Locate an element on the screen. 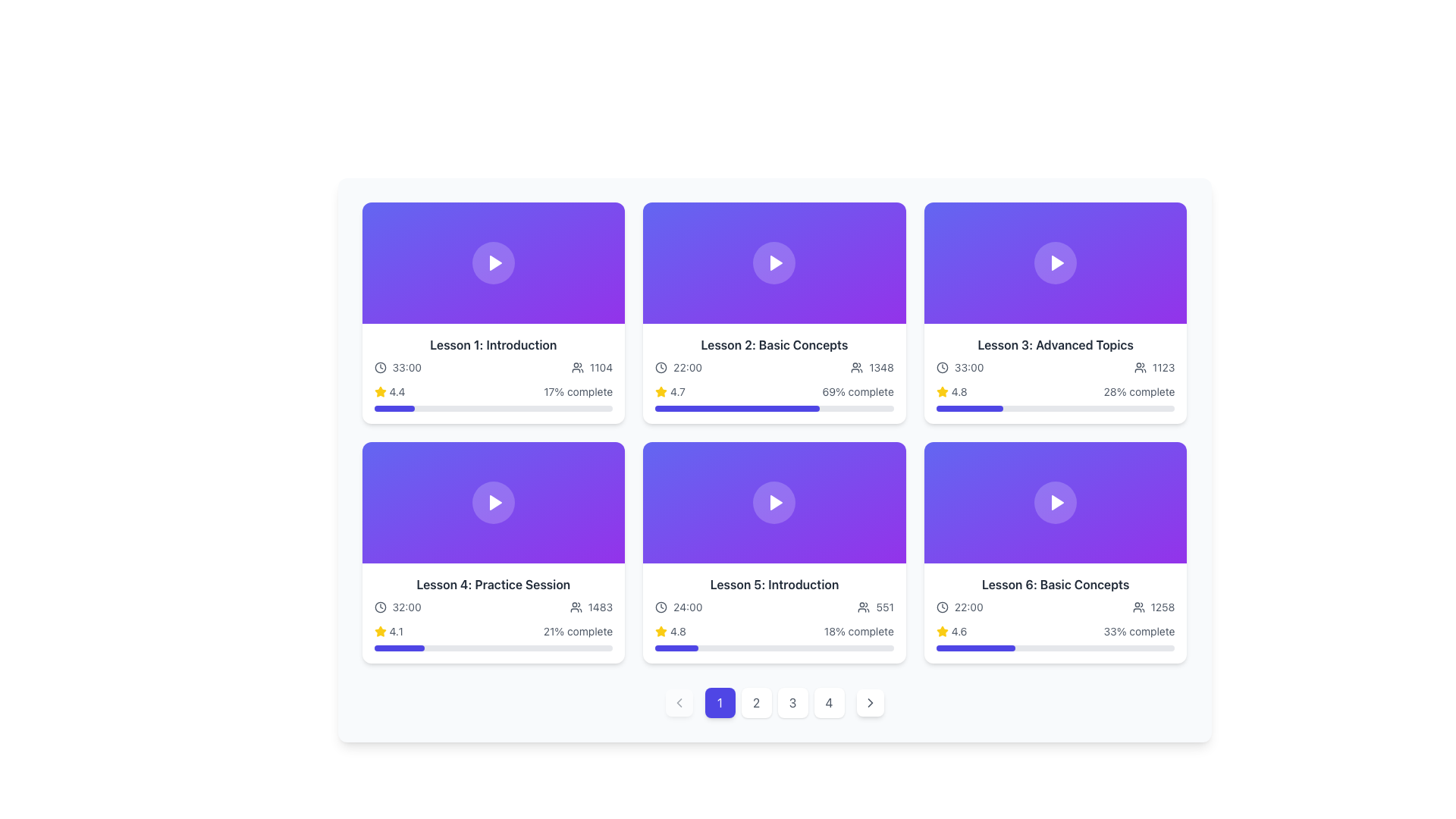 The image size is (1456, 819). the progress visually by focusing on the progress bar located in the 'Lesson 6: Basic Concepts' card, which indicates 33% completion of the lesson is located at coordinates (1055, 648).